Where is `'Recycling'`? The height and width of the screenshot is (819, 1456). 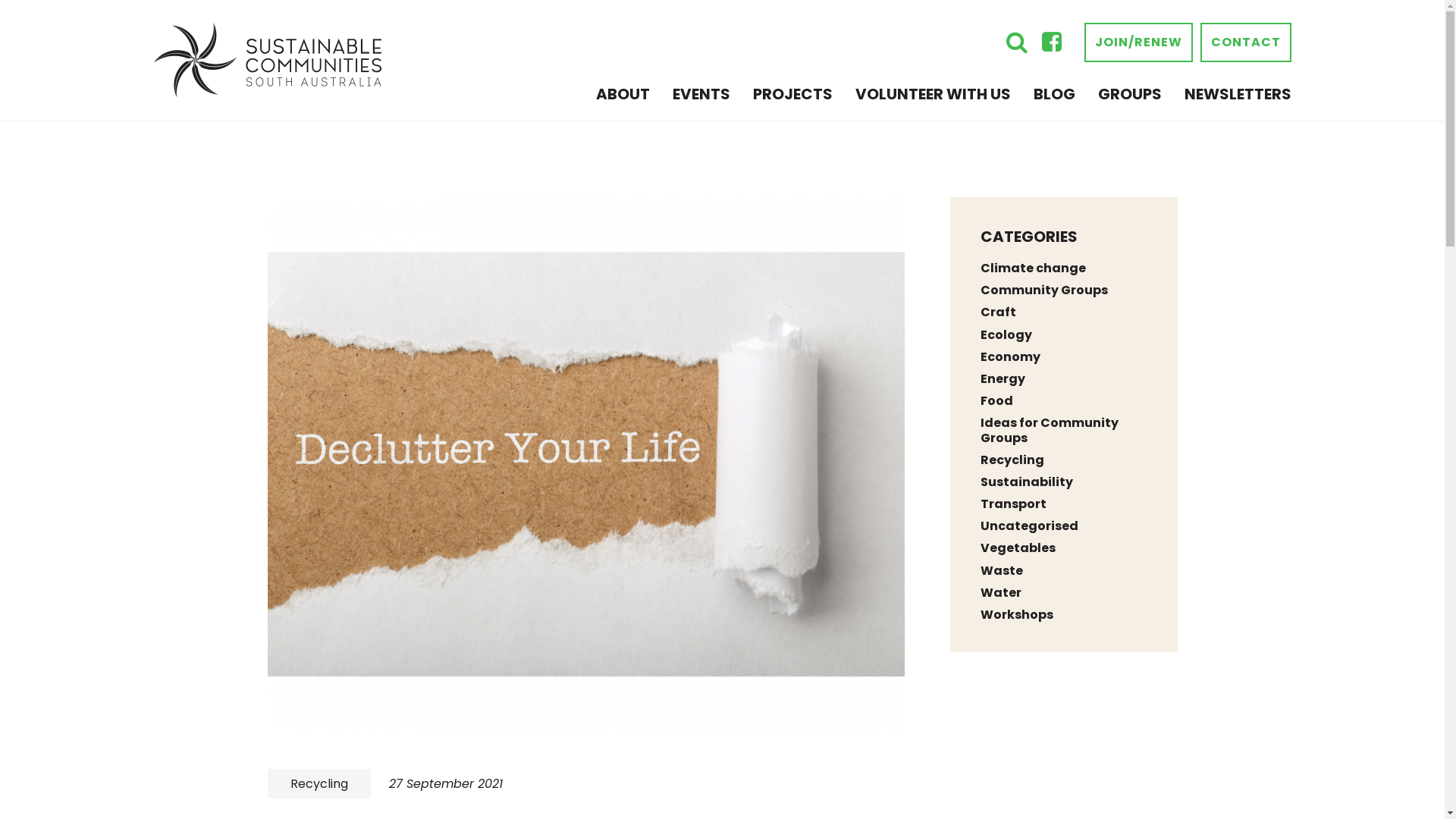 'Recycling' is located at coordinates (266, 783).